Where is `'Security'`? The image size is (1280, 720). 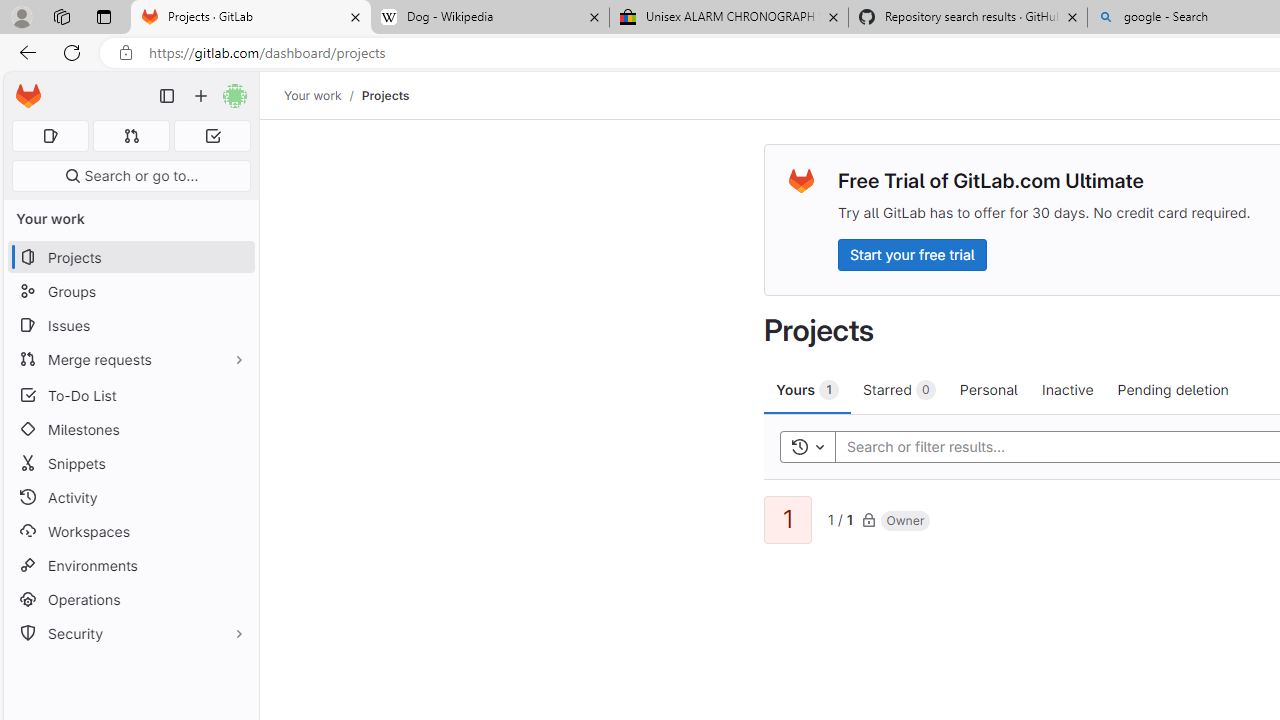 'Security' is located at coordinates (130, 633).